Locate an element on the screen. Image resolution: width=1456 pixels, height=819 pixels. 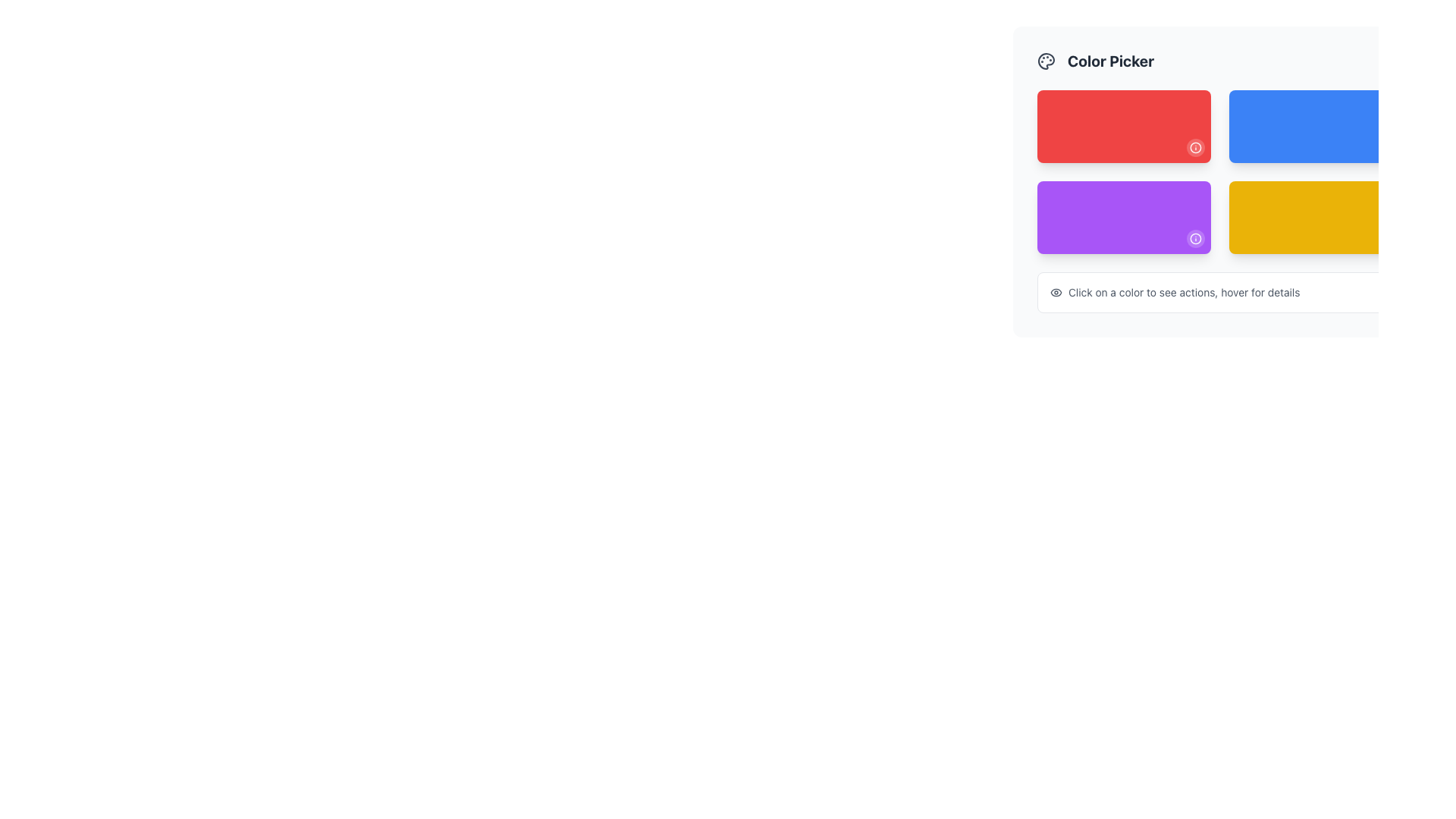
the selectable grid item with a red background and an embedded information icon in the bottom-right corner is located at coordinates (1124, 125).